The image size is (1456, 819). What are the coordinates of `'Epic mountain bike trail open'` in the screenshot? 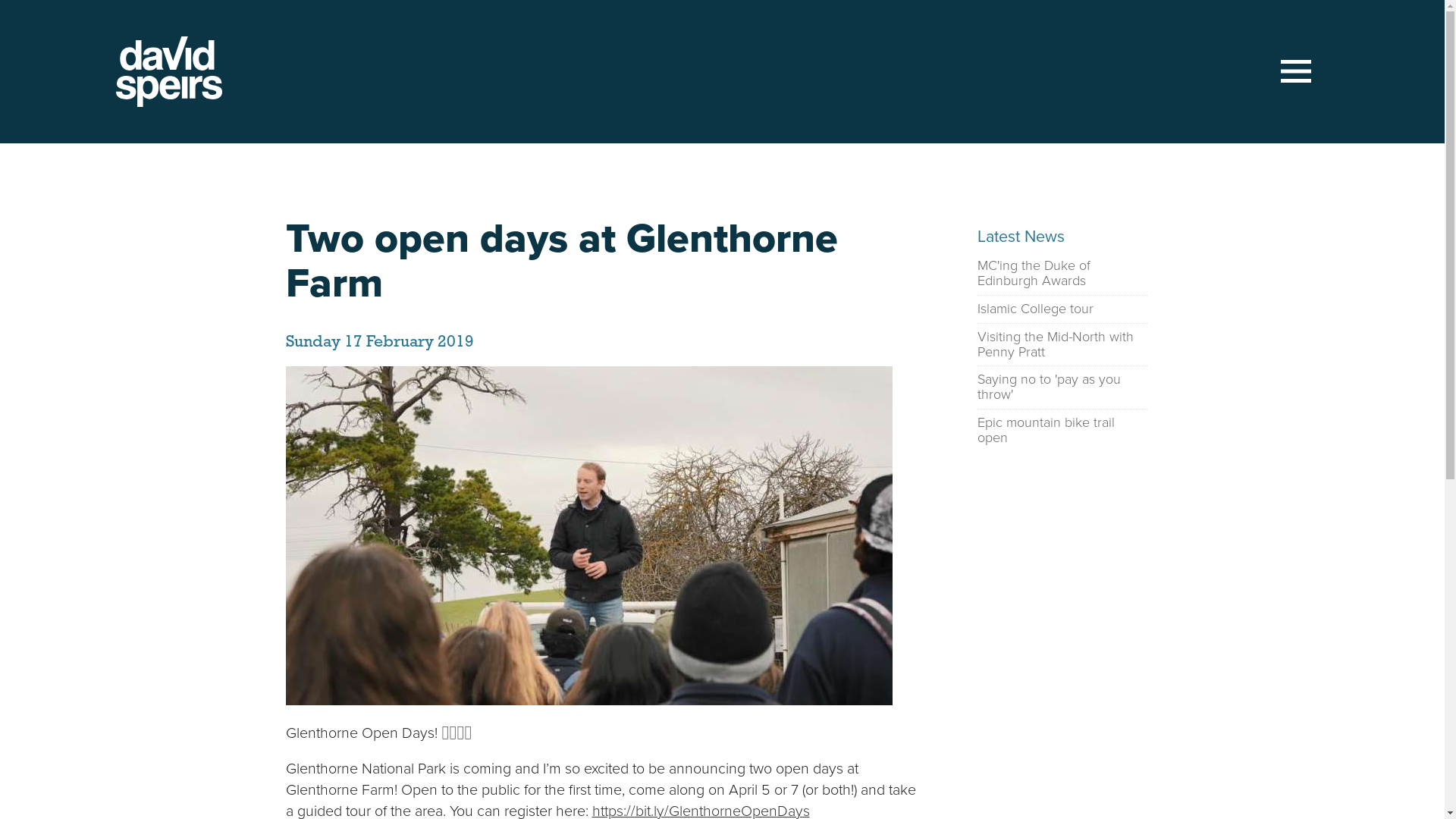 It's located at (1061, 430).